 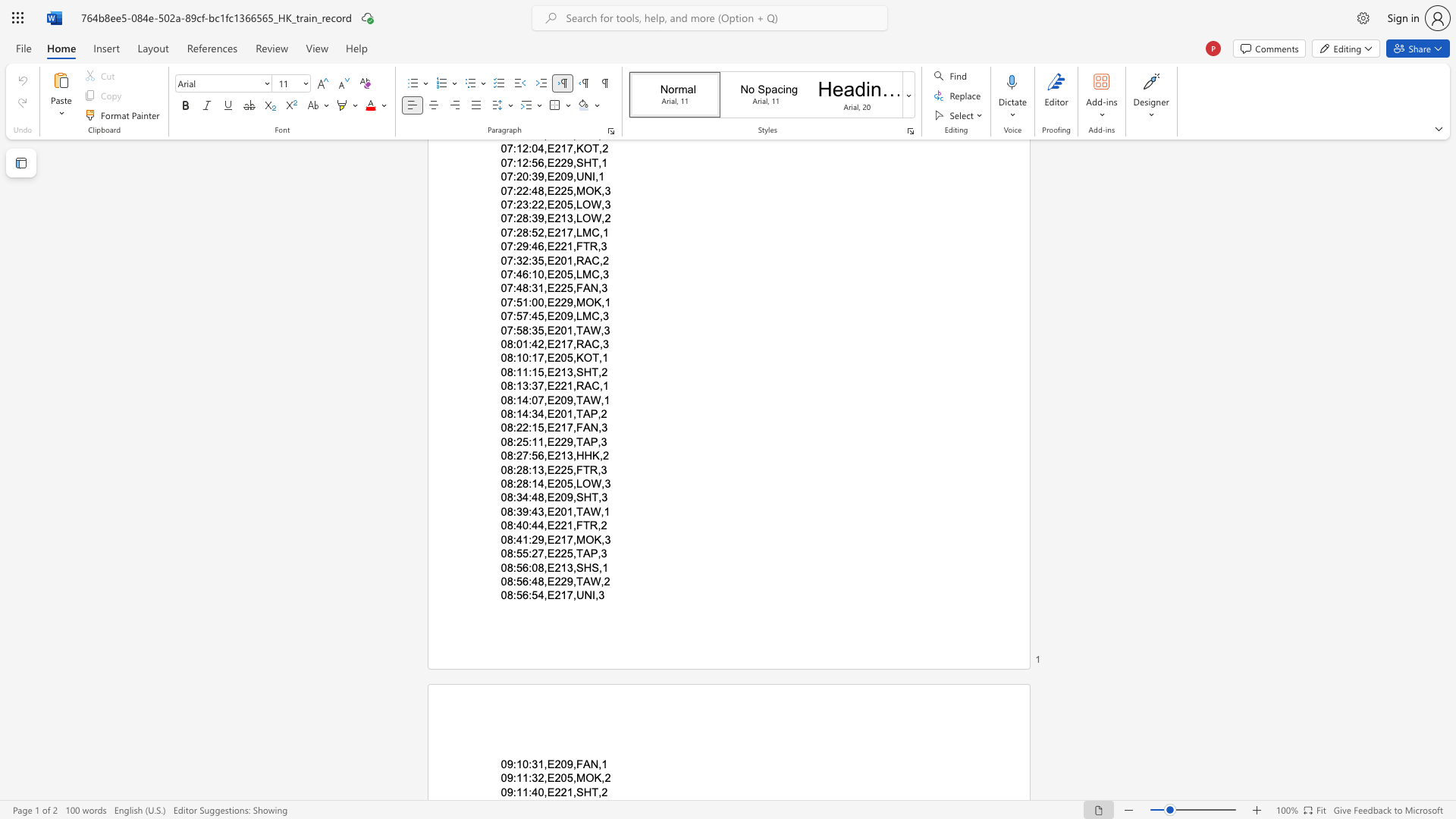 What do you see at coordinates (544, 595) in the screenshot?
I see `the subset text ",E21" within the text "08:56:54,E217,UNI,3"` at bounding box center [544, 595].